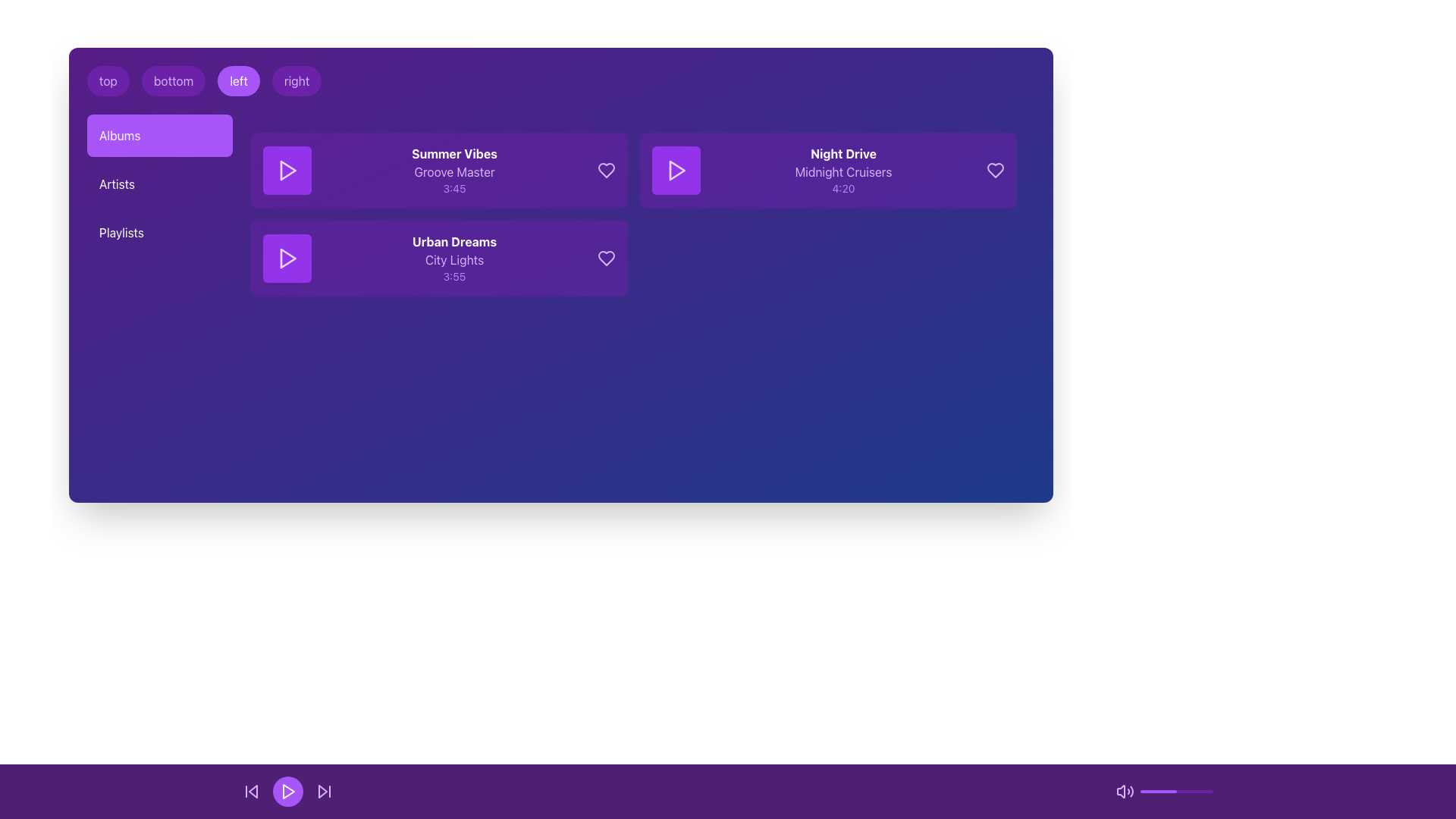  Describe the element at coordinates (287, 791) in the screenshot. I see `the play button located at the bottom center of the interface within the control panel` at that location.